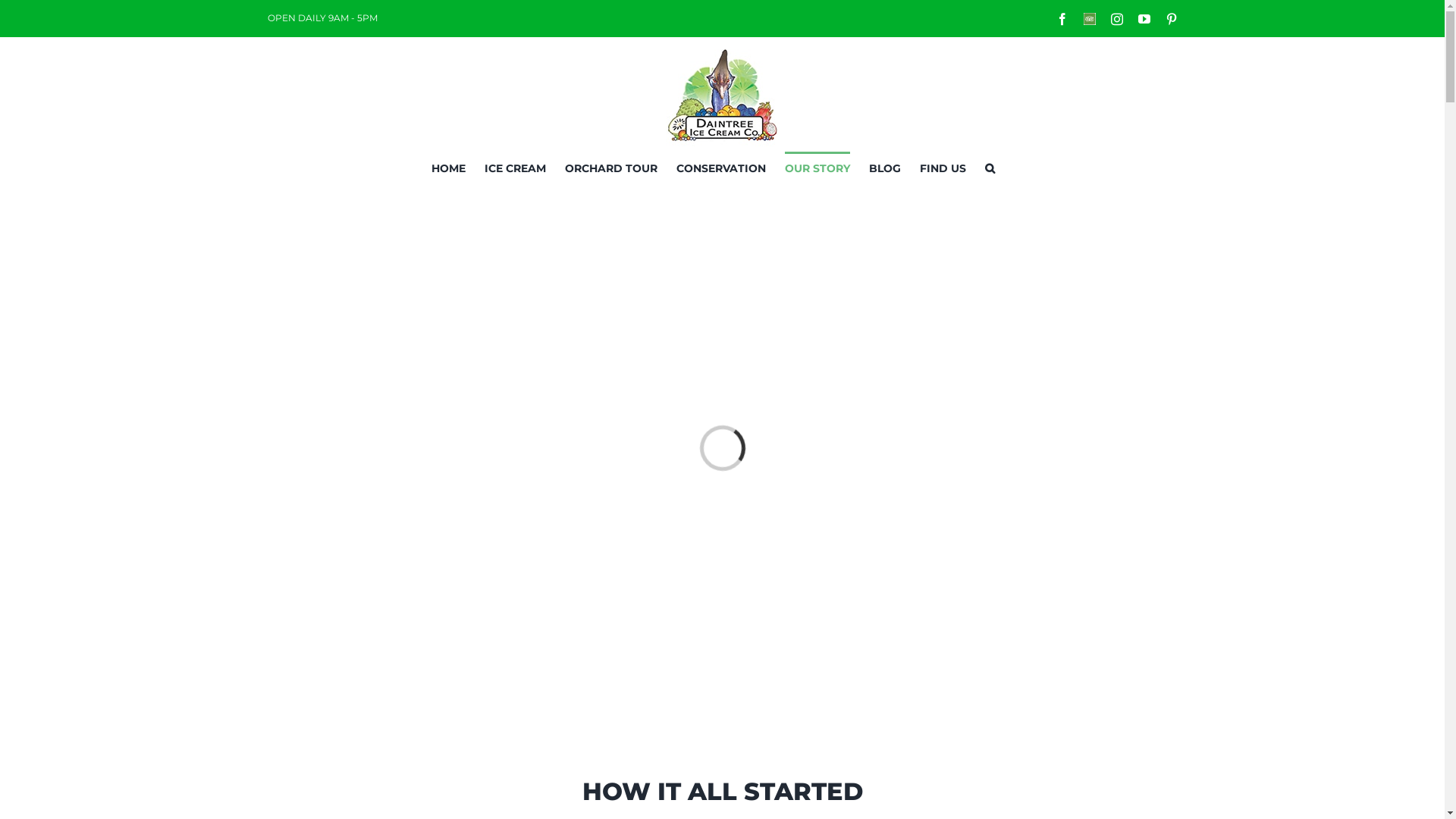  I want to click on 'YouTube', so click(1143, 17).